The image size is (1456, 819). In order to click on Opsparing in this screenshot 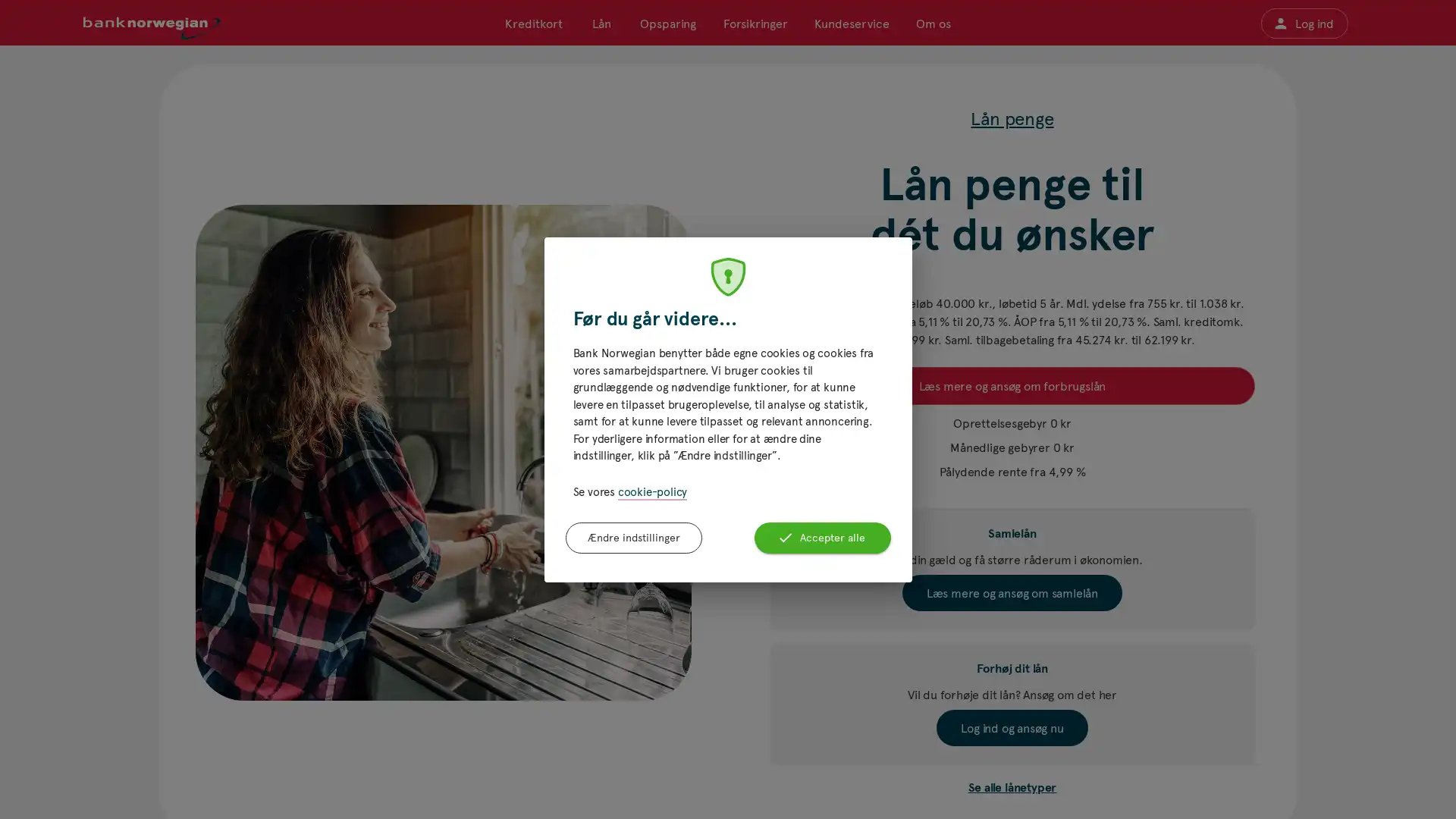, I will do `click(667, 23)`.